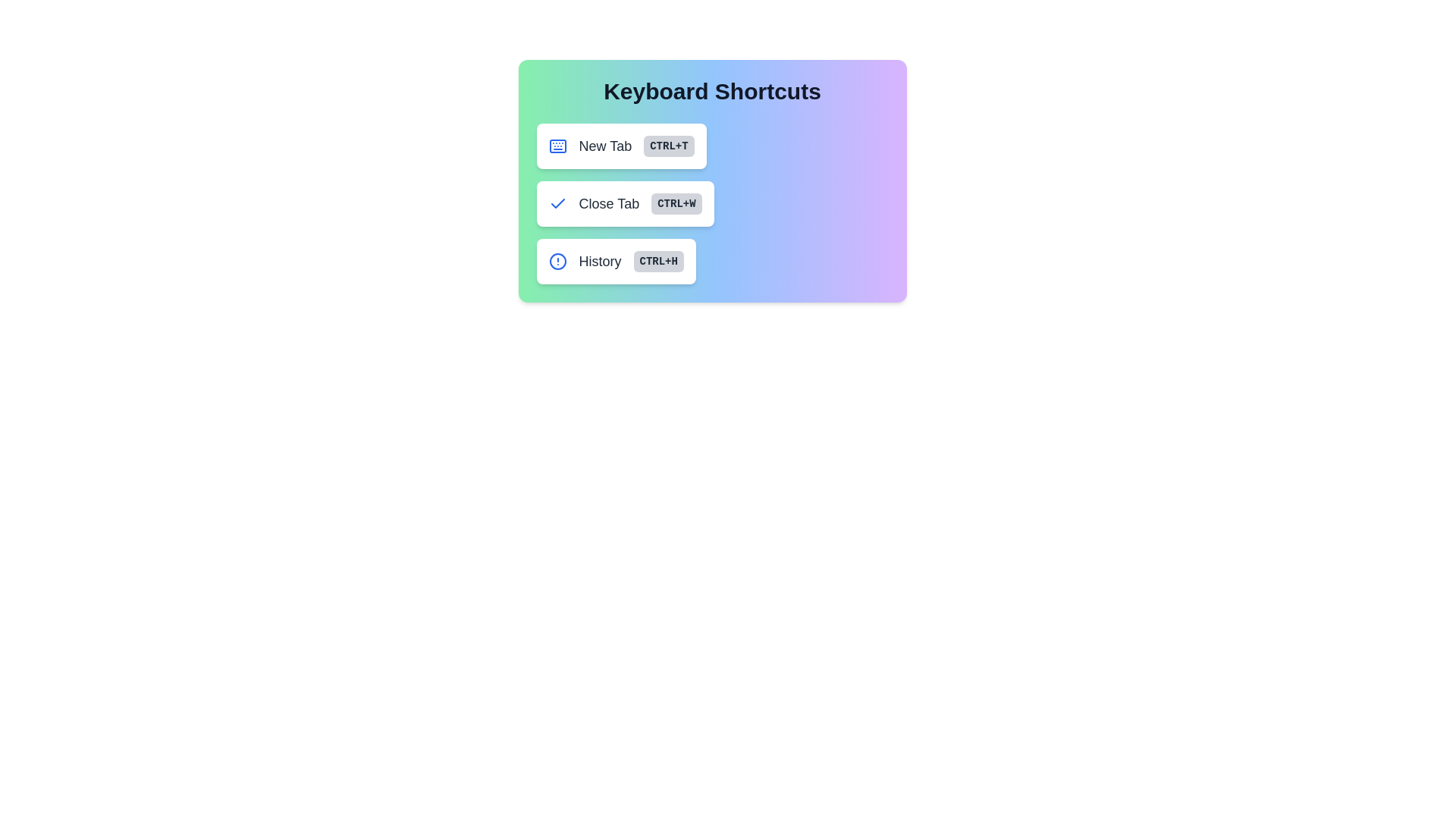 The height and width of the screenshot is (819, 1456). What do you see at coordinates (621, 146) in the screenshot?
I see `the 'New Tab' button, which has a white background, gray text, a blue icon on the left, and a gray badge with 'Ctrl+T' on the right, located at the top of the keyboard shortcuts list` at bounding box center [621, 146].